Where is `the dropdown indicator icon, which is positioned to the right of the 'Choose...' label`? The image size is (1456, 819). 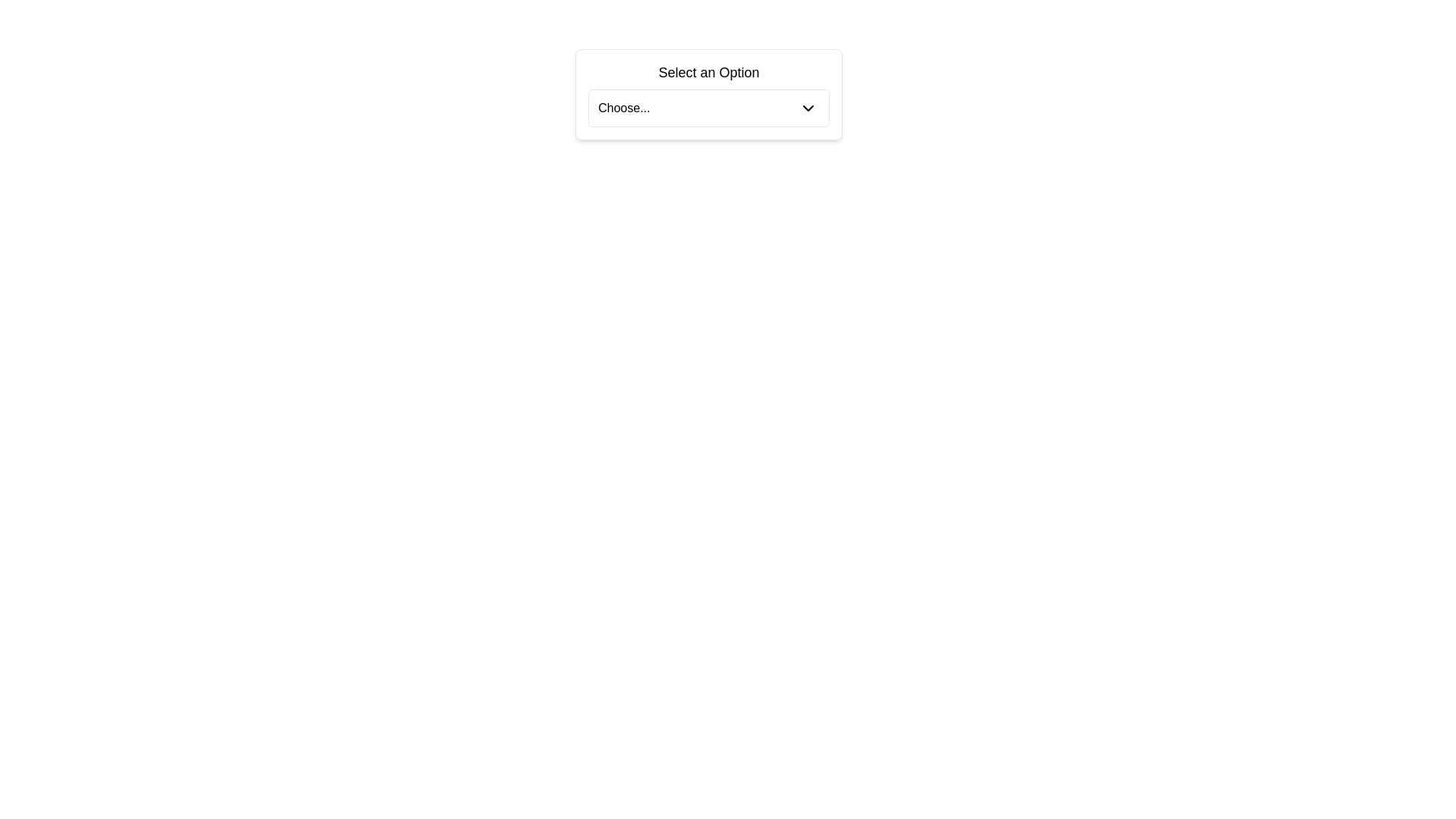 the dropdown indicator icon, which is positioned to the right of the 'Choose...' label is located at coordinates (807, 107).